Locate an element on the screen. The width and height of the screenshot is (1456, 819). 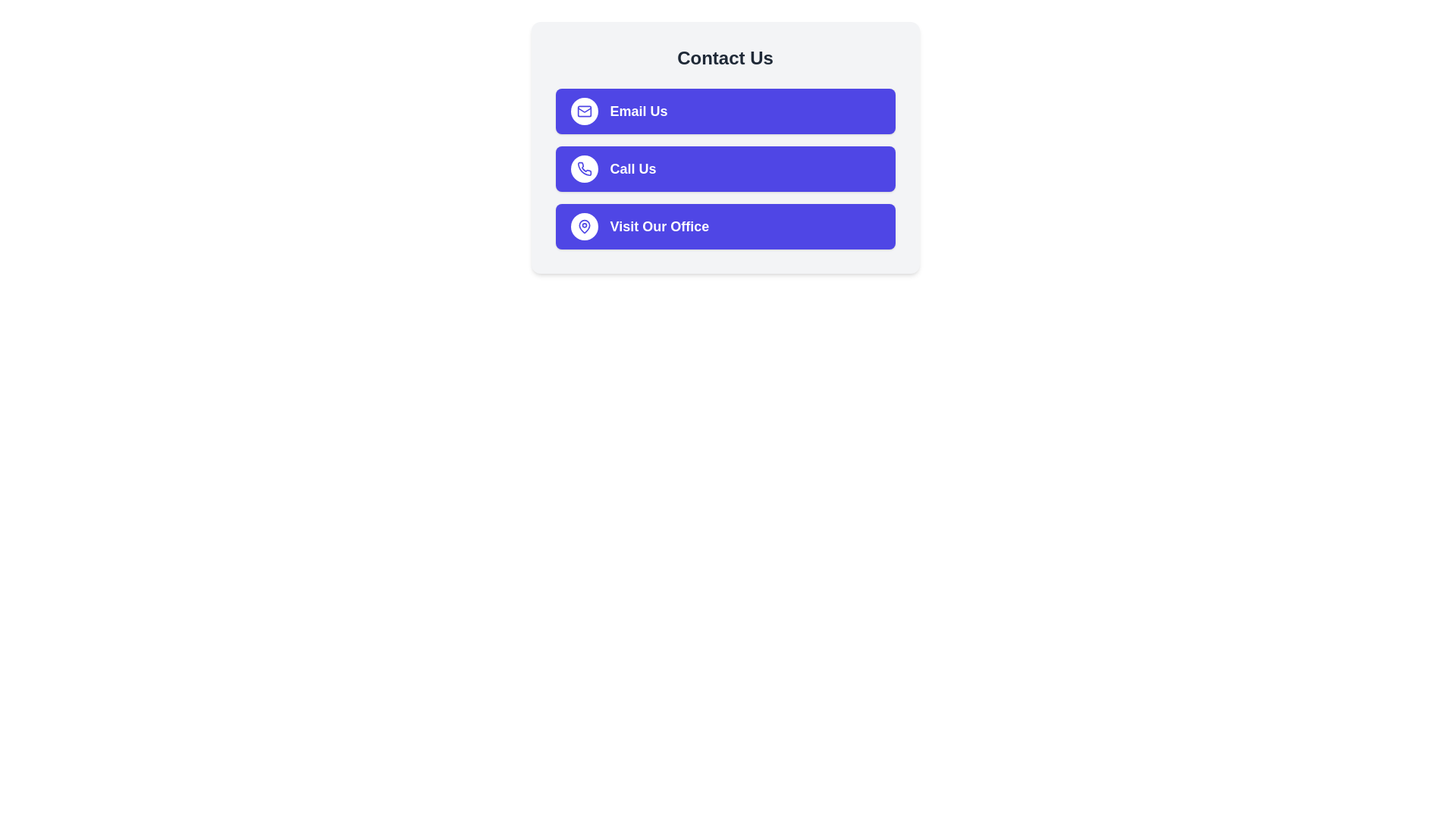
the 'Call Us' button located under the 'Contact Us' section, which is the second button in a vertical stack, to initiate a phone call is located at coordinates (724, 169).